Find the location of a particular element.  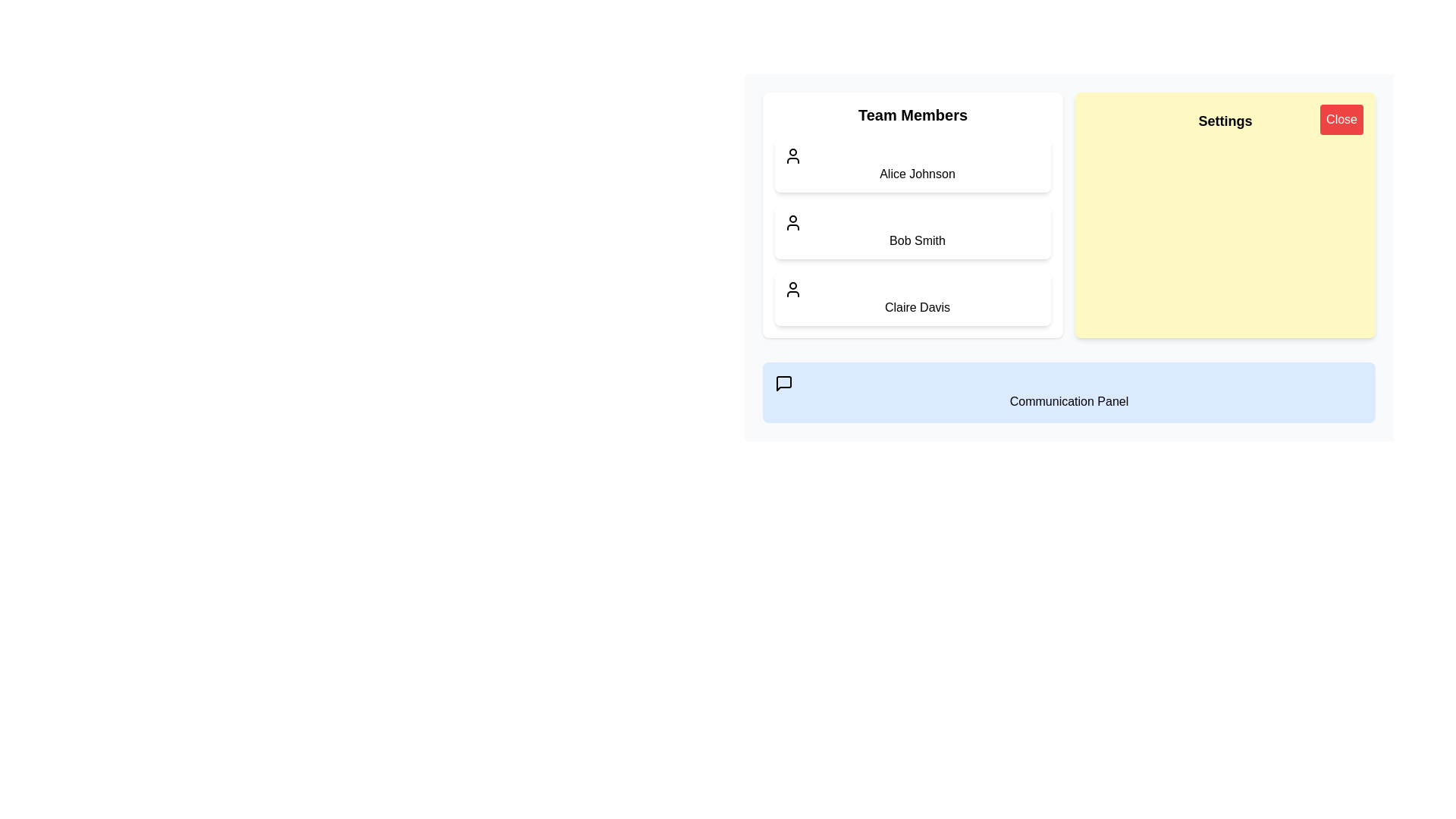

the speech bubble icon located in the Communication Panel at the bottom-left corner, which has a clean rounded rectangular shape and a solid outline is located at coordinates (783, 382).